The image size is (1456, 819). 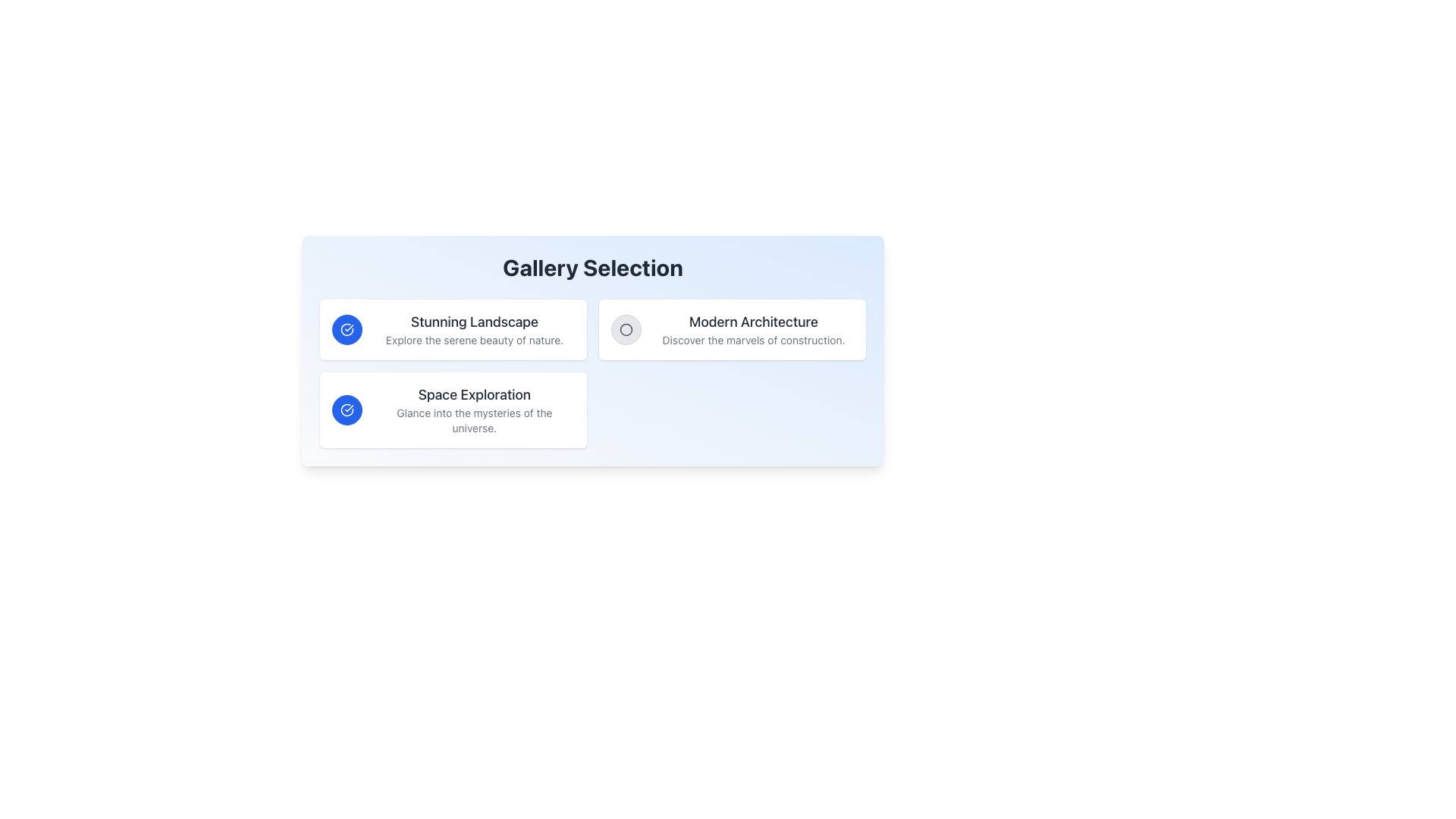 I want to click on the descriptive text element reading 'Explore the serene beauty of nature.' which is styled in a smaller gray font and positioned below the title 'Stunning Landscape.', so click(x=473, y=339).